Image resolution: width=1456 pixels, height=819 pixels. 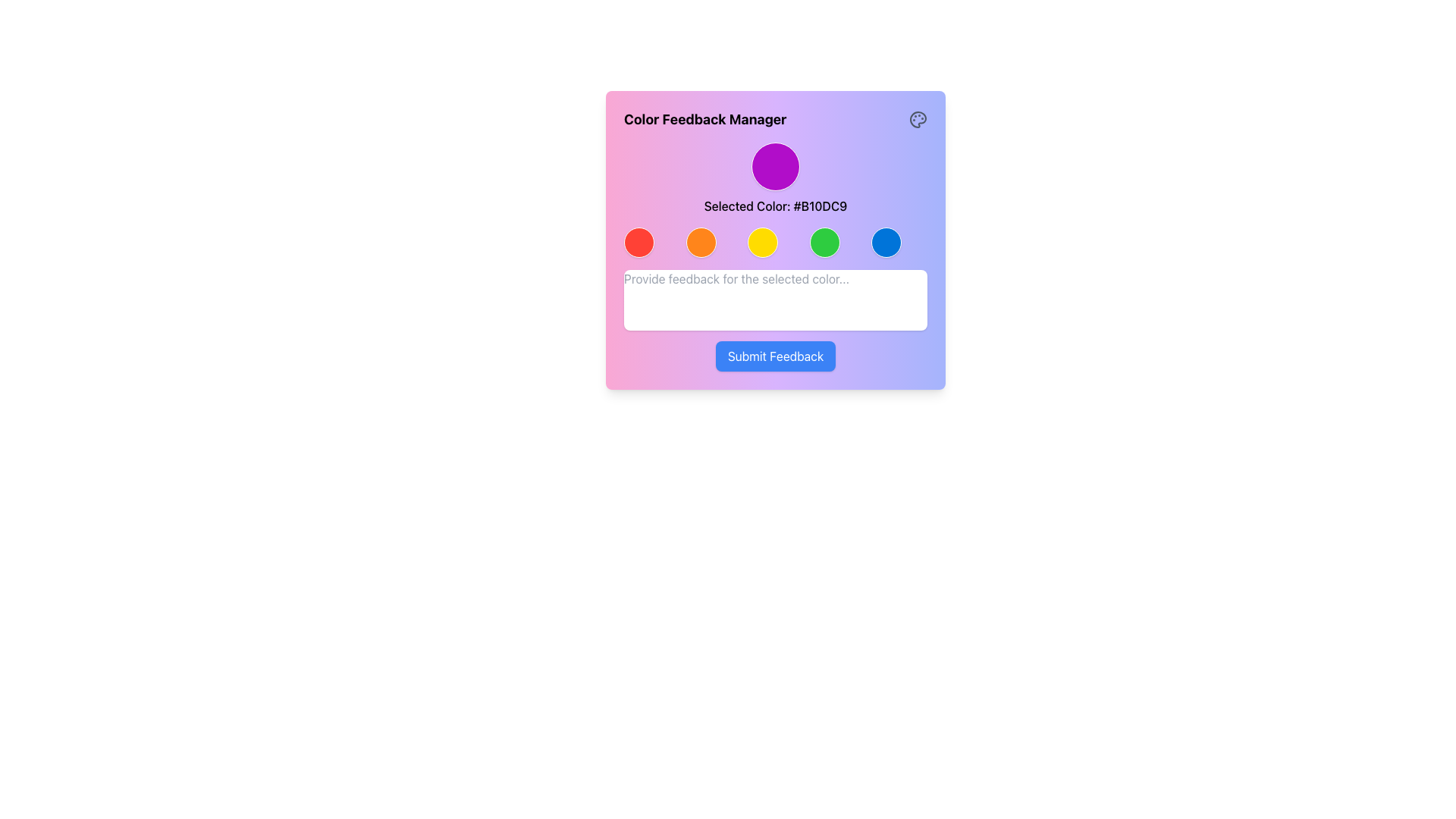 What do you see at coordinates (917, 119) in the screenshot?
I see `the color management icon located in the top-right corner of the 'Color Feedback Manager' panel` at bounding box center [917, 119].